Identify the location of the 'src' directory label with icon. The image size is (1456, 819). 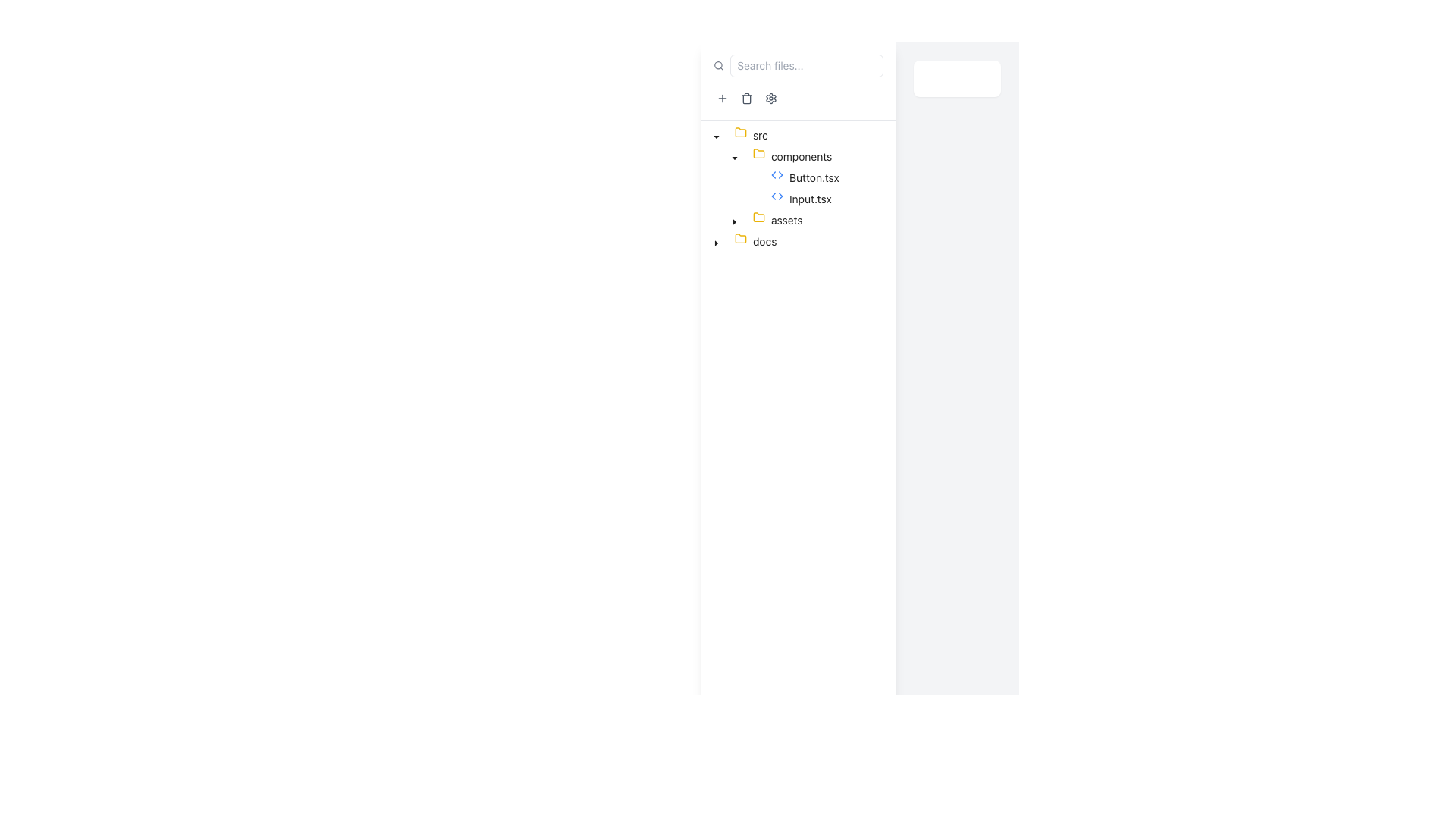
(750, 134).